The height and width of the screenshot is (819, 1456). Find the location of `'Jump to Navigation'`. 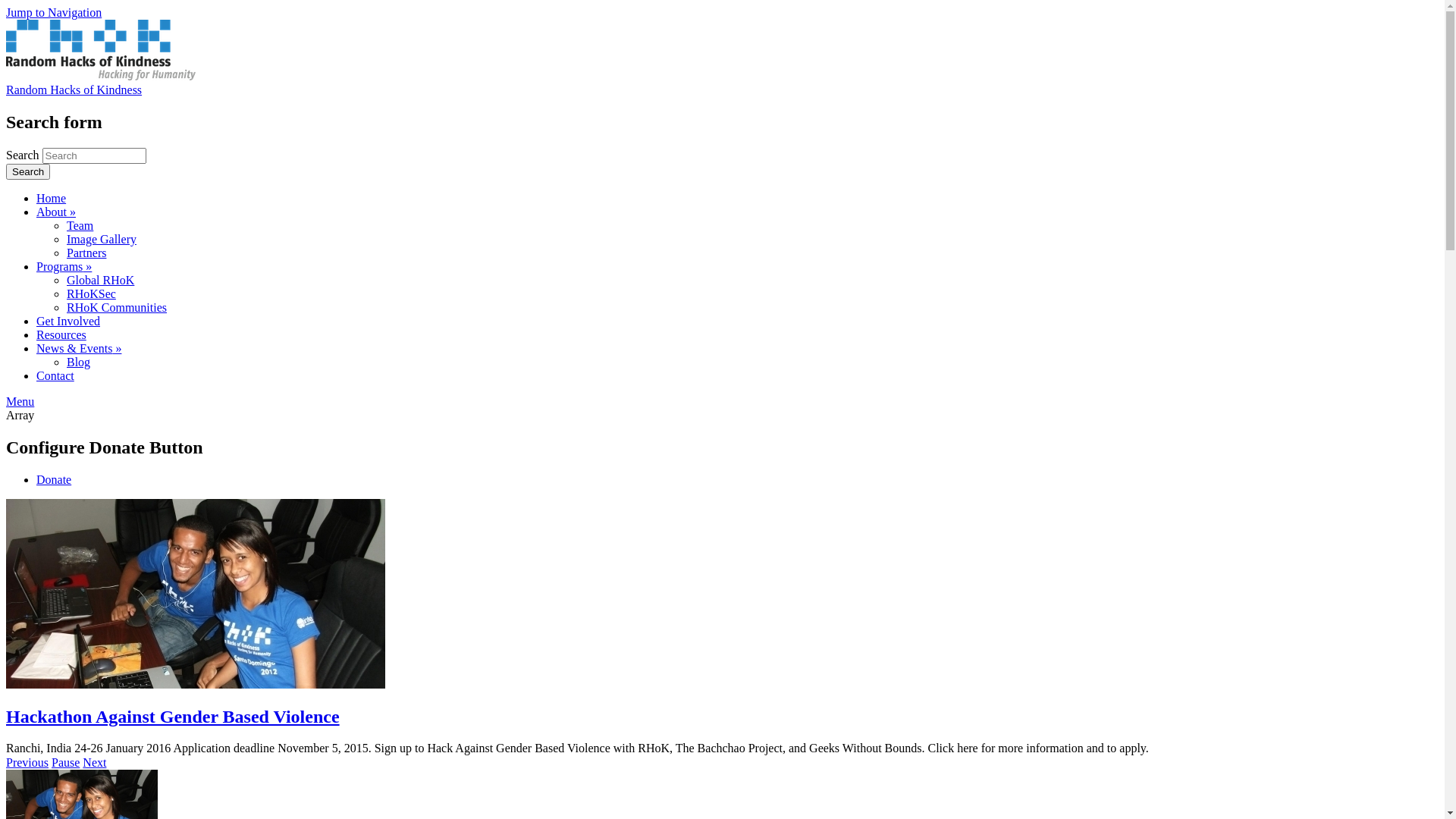

'Jump to Navigation' is located at coordinates (54, 12).